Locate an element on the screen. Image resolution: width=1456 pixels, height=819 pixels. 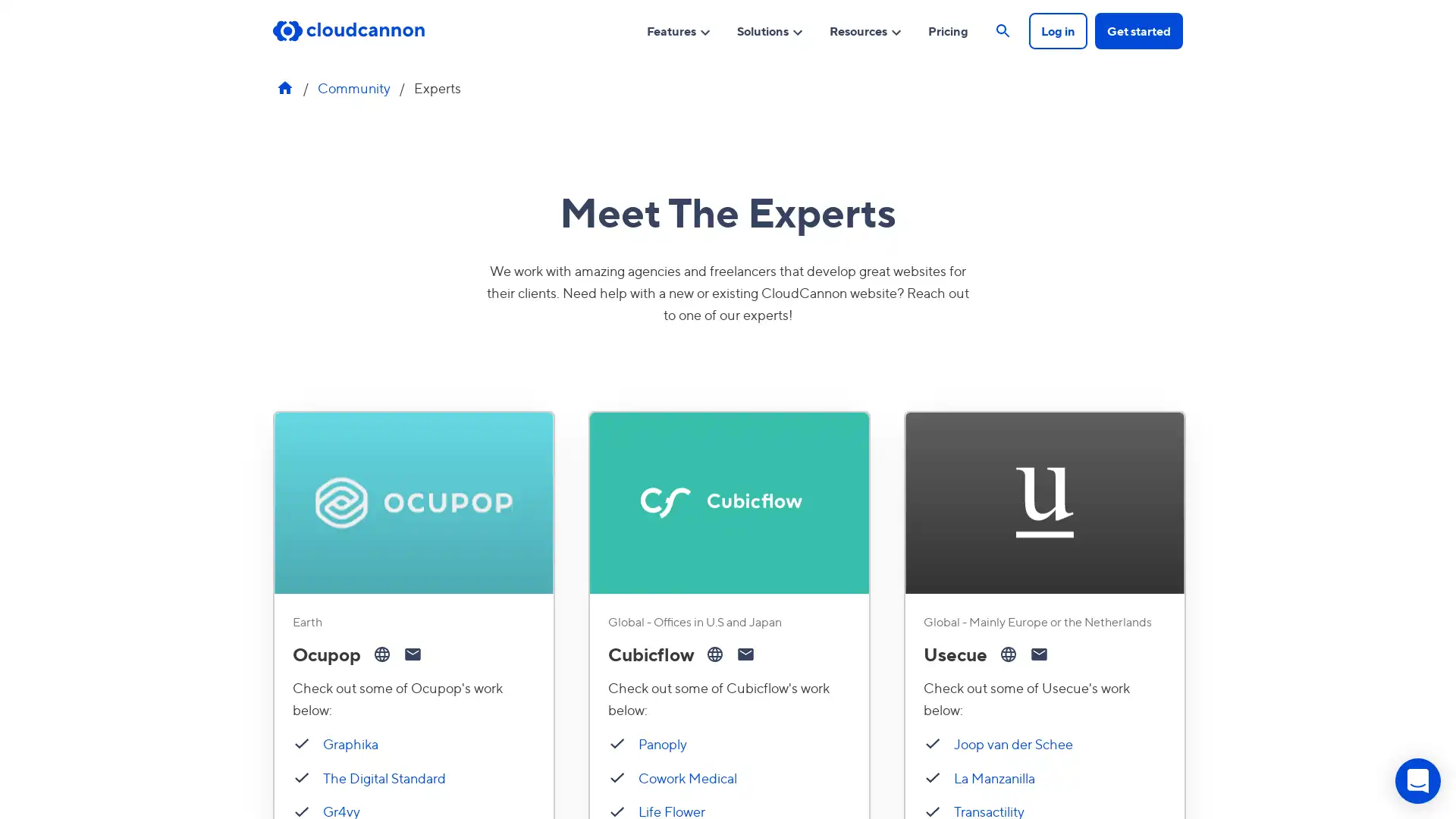
Features is located at coordinates (678, 30).